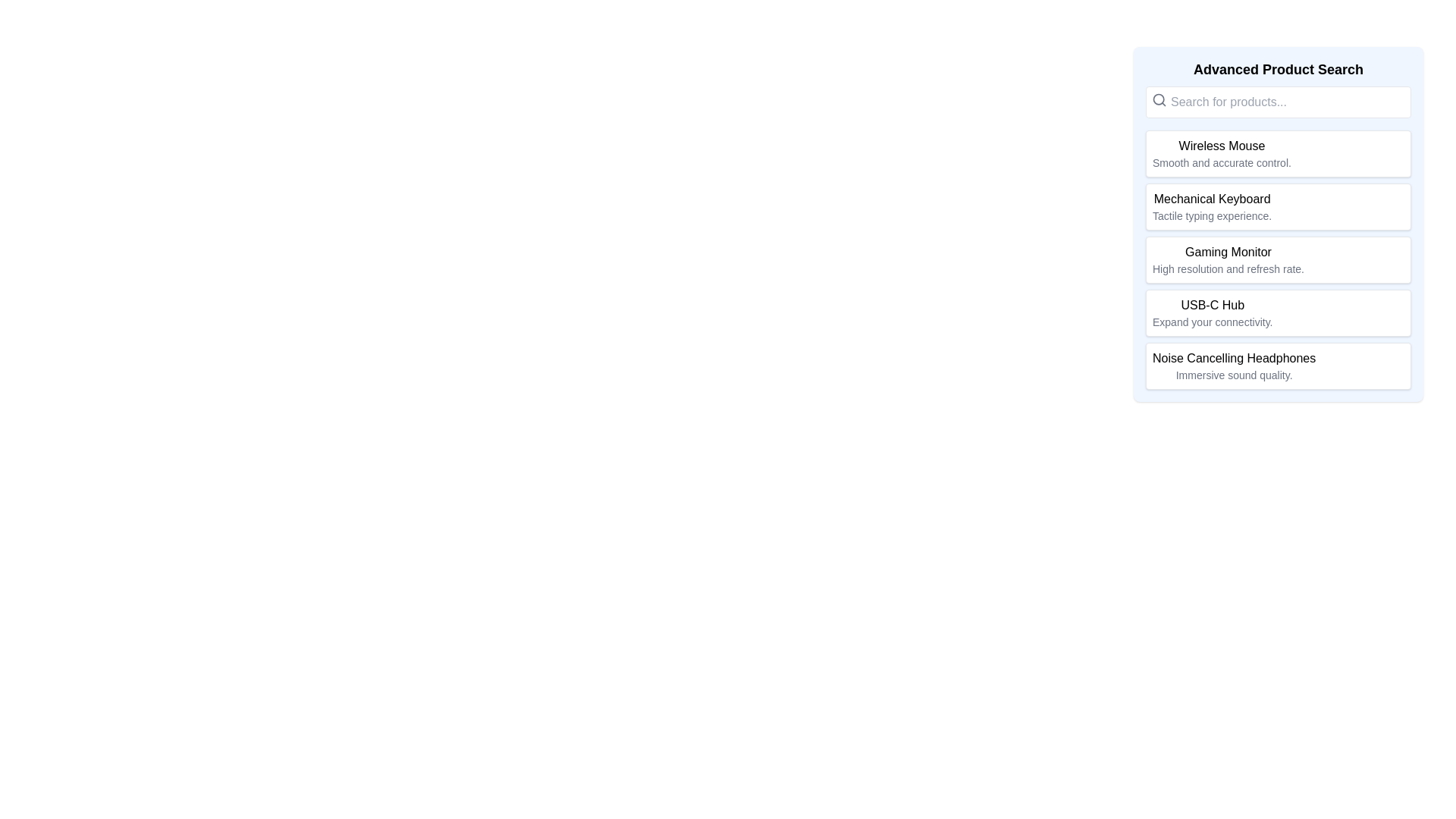  I want to click on the text label stating 'High resolution and refresh rate.' which is displayed in a small gray font under the title 'Gaming Monitor', so click(1228, 268).